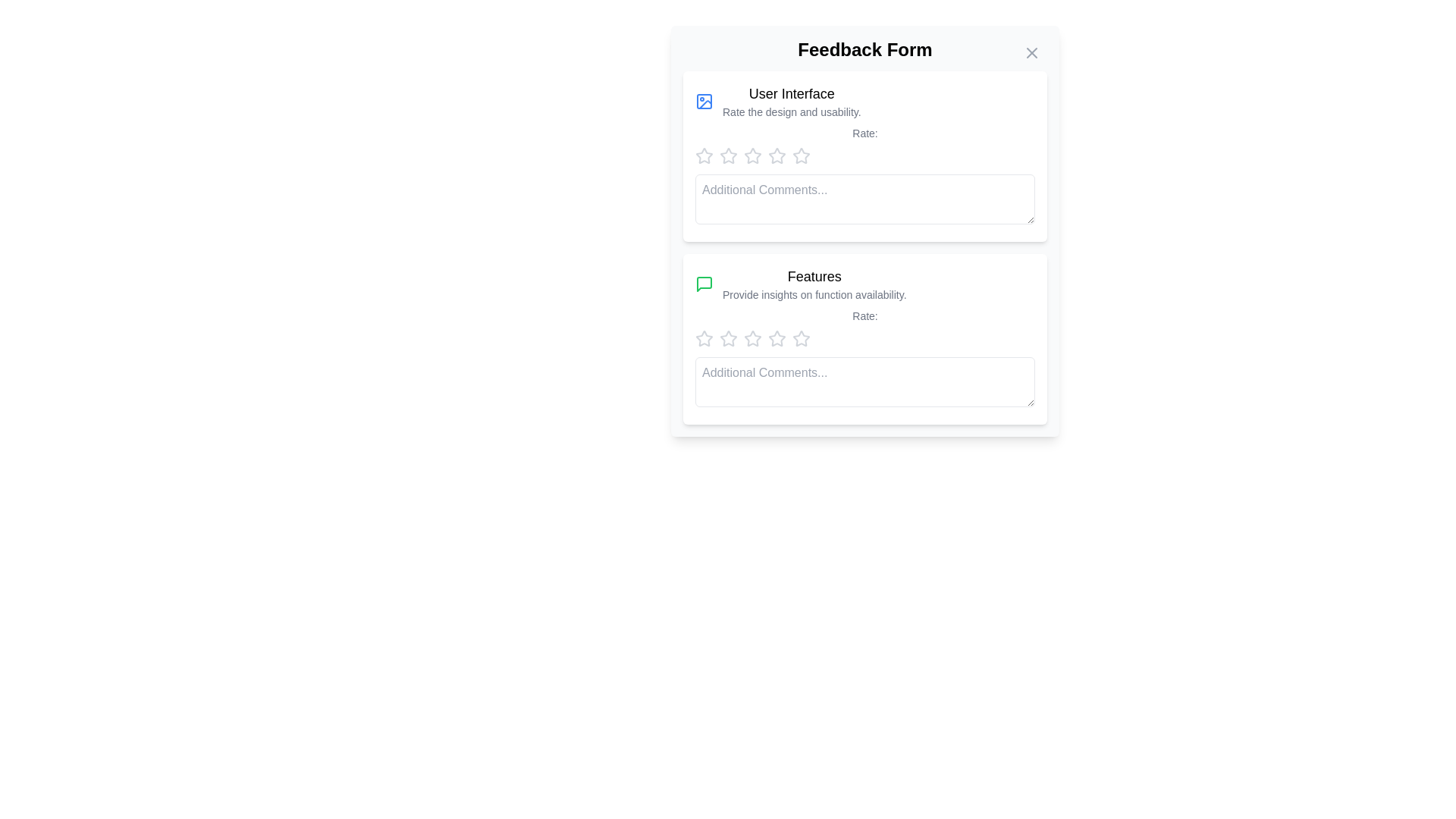  What do you see at coordinates (704, 284) in the screenshot?
I see `the message bubble icon with a green outline located in the top-left corner of the 'Features' feedback section` at bounding box center [704, 284].